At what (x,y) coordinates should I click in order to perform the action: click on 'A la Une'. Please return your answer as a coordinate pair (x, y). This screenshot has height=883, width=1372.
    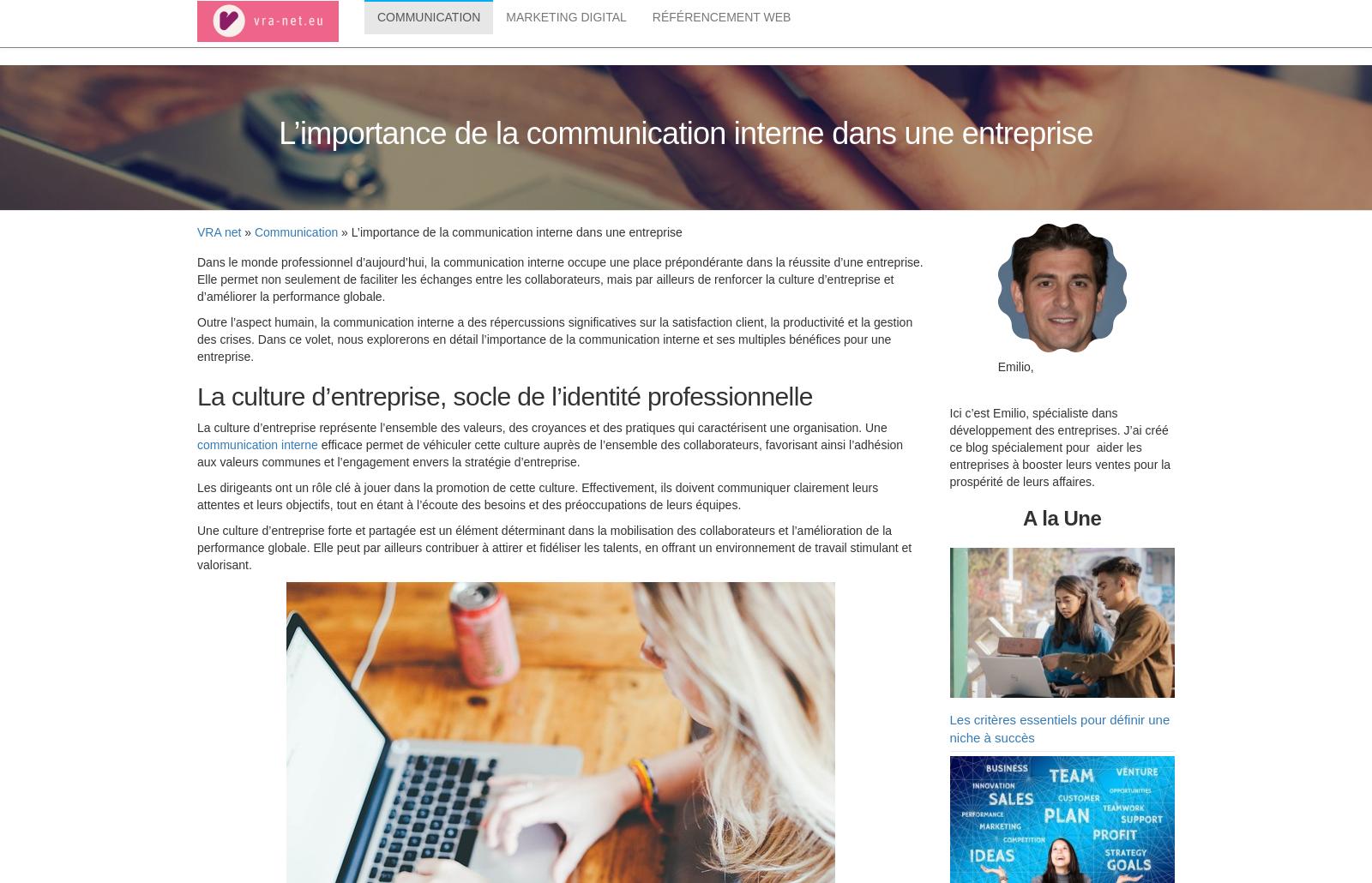
    Looking at the image, I should click on (1022, 520).